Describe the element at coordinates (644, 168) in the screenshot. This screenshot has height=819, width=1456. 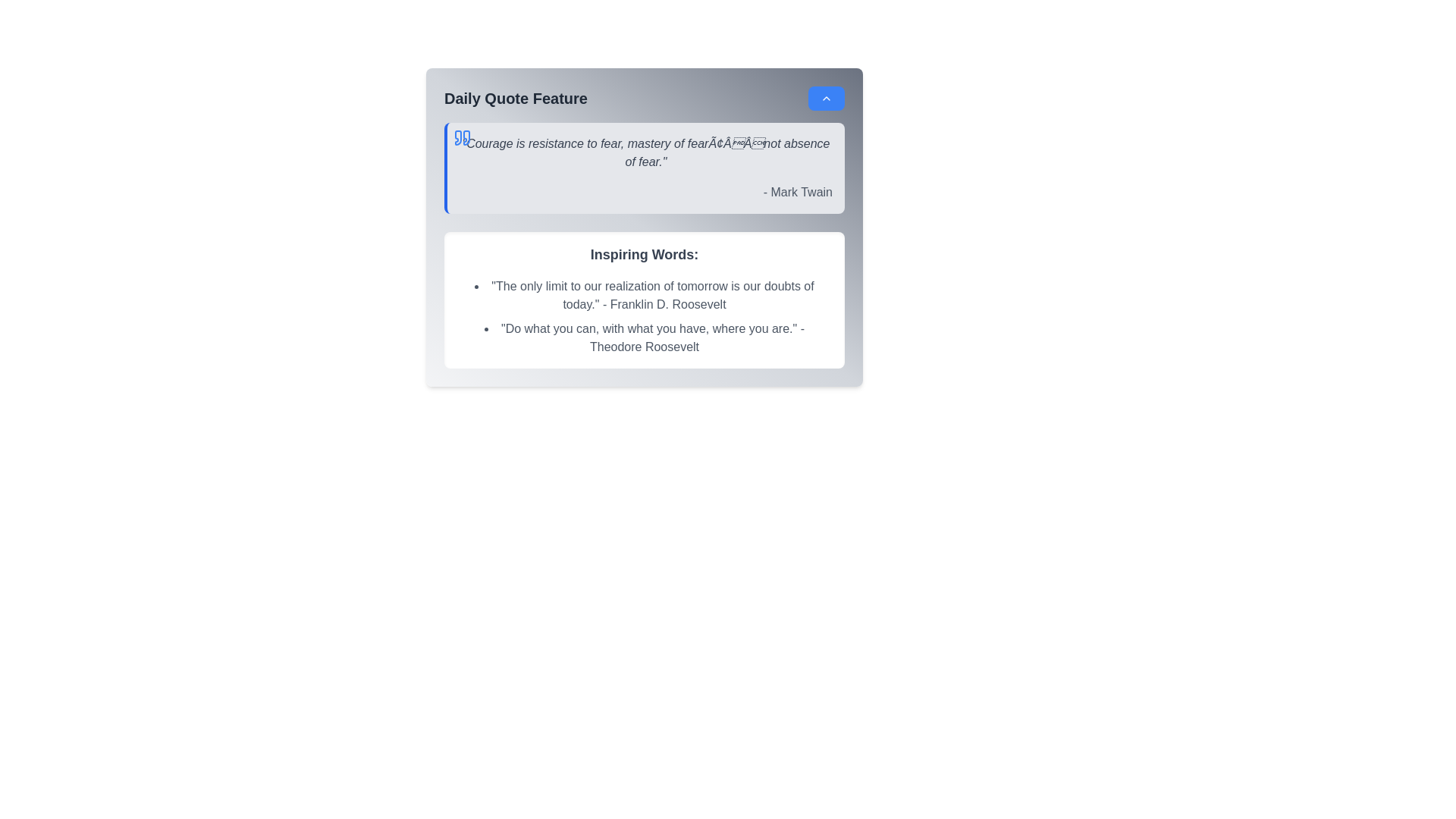
I see `text from the Informational block with a light gray background and a blue strip, located in the 'Daily Quote Feature' section` at that location.